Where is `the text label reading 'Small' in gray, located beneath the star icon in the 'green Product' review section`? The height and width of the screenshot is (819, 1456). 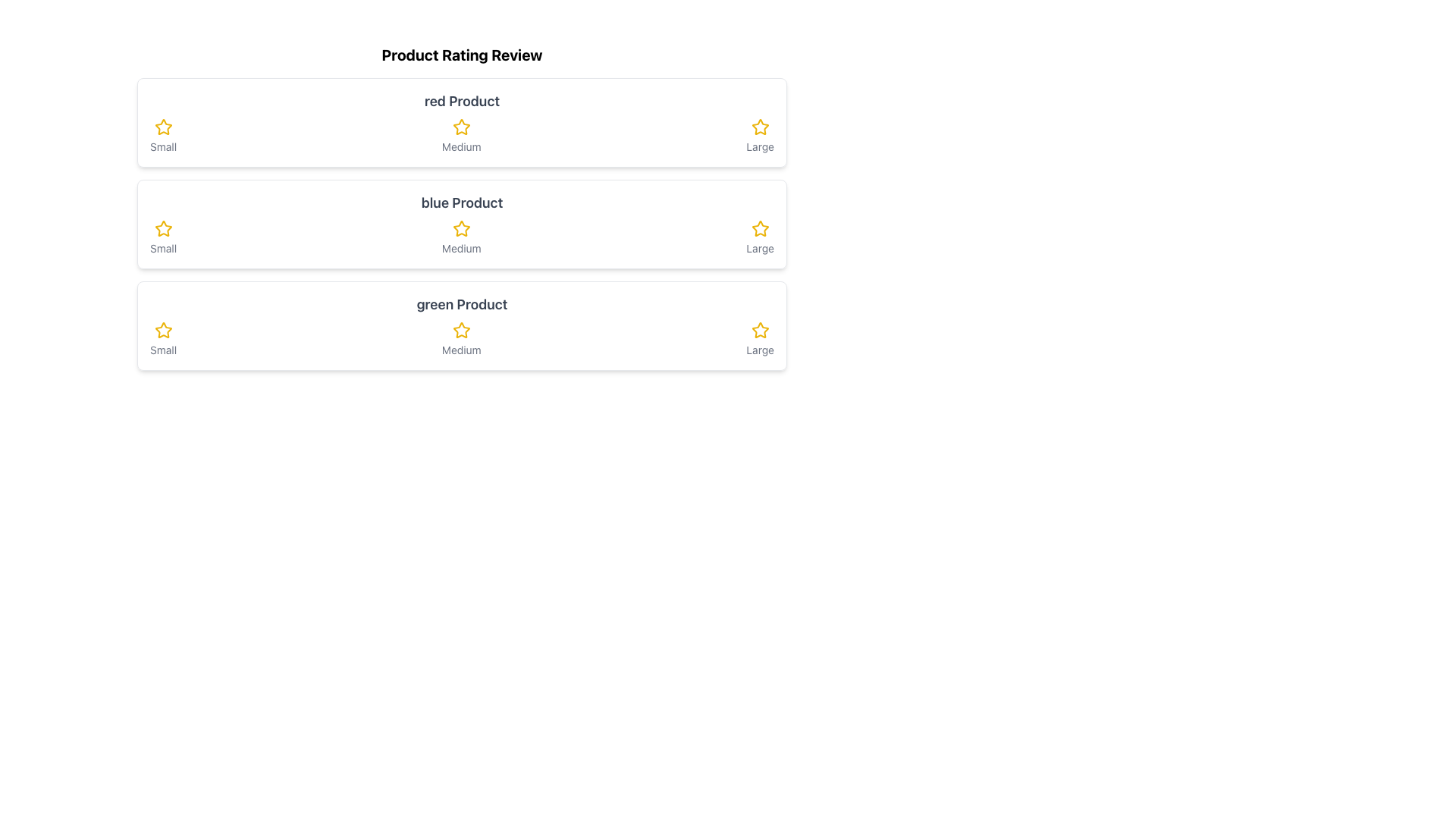
the text label reading 'Small' in gray, located beneath the star icon in the 'green Product' review section is located at coordinates (163, 350).